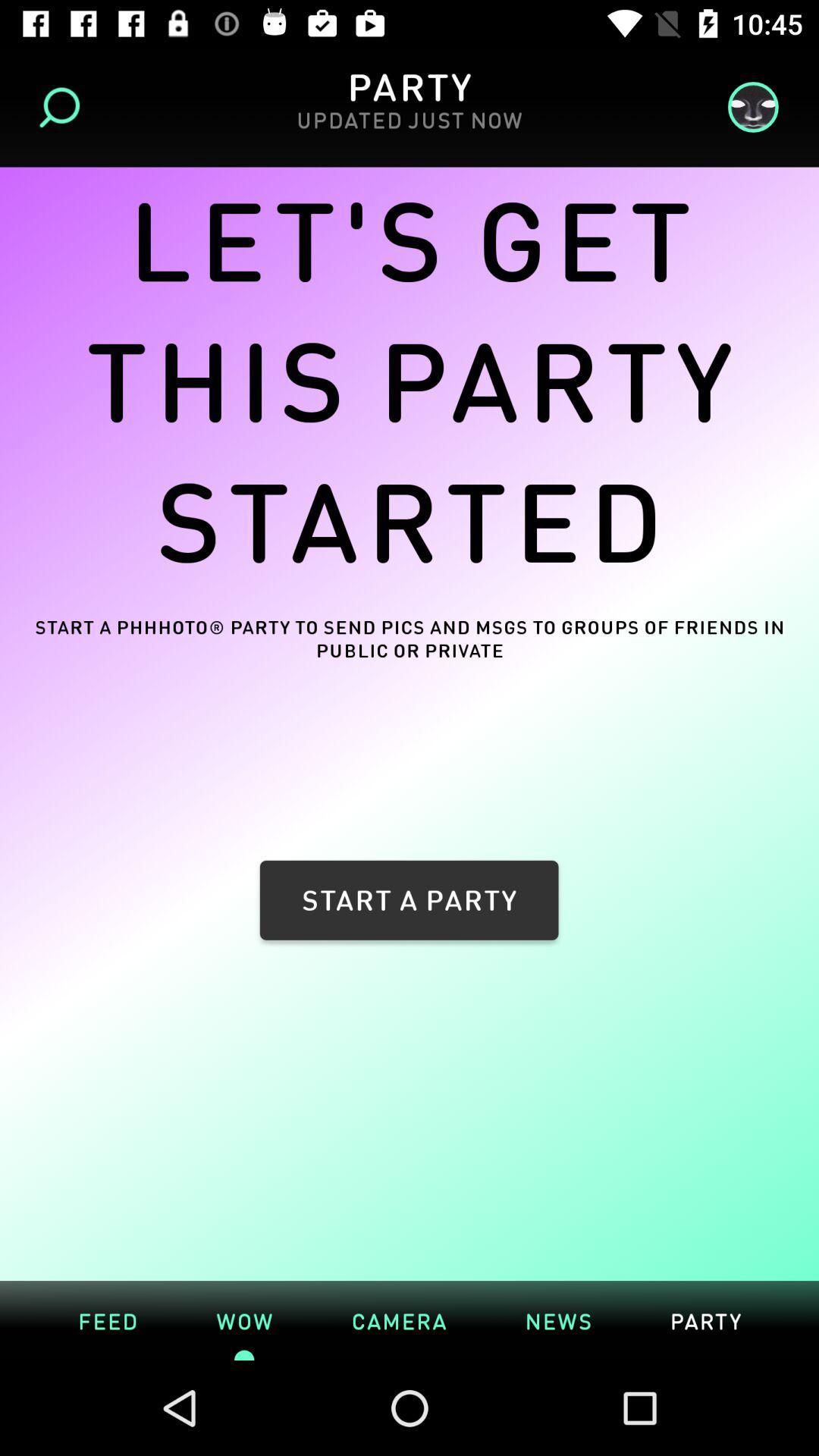 This screenshot has width=819, height=1456. Describe the element at coordinates (107, 1319) in the screenshot. I see `feed icon` at that location.